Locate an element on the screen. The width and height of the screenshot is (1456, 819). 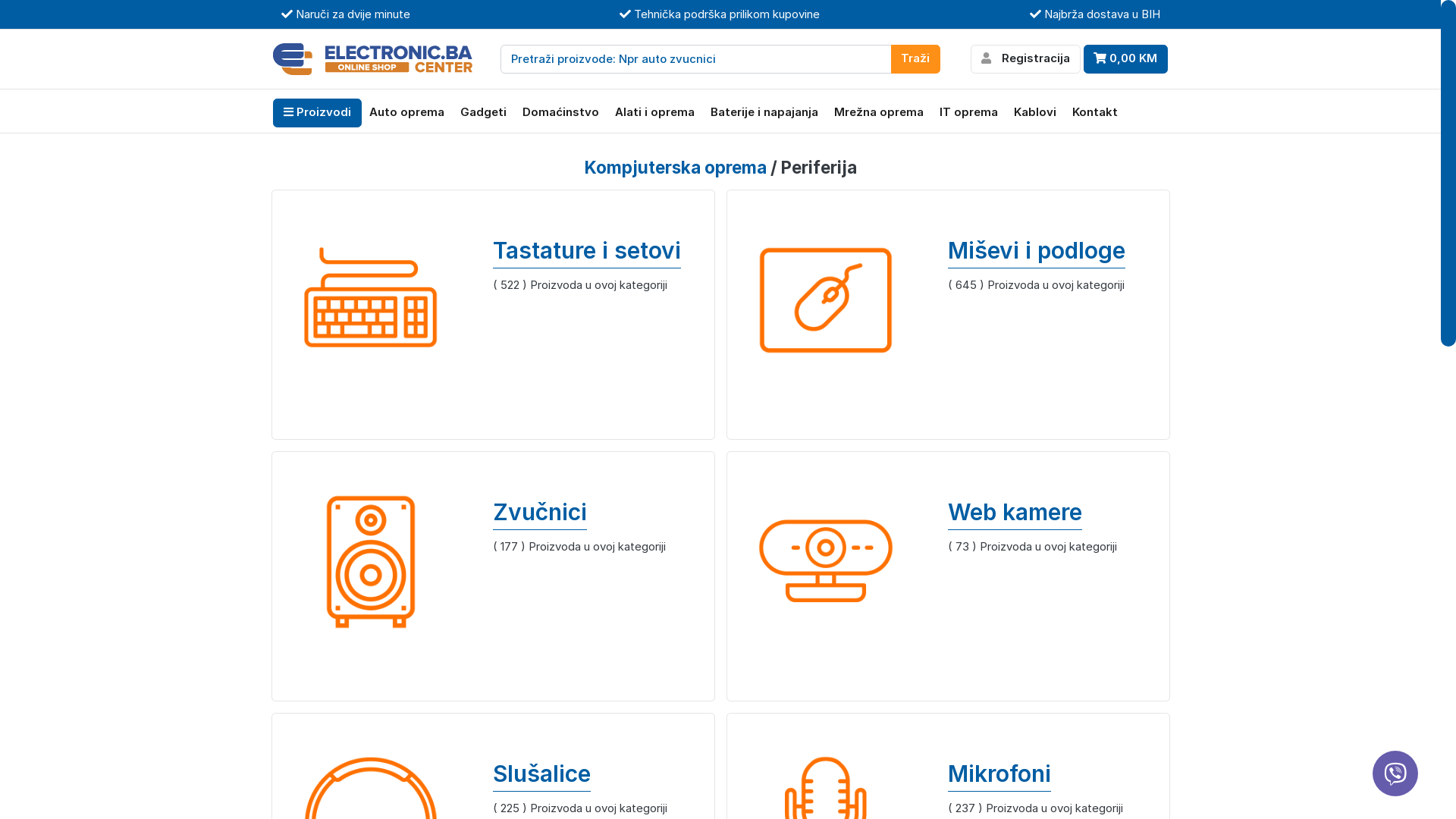
'Kompjuterska oprema' is located at coordinates (673, 167).